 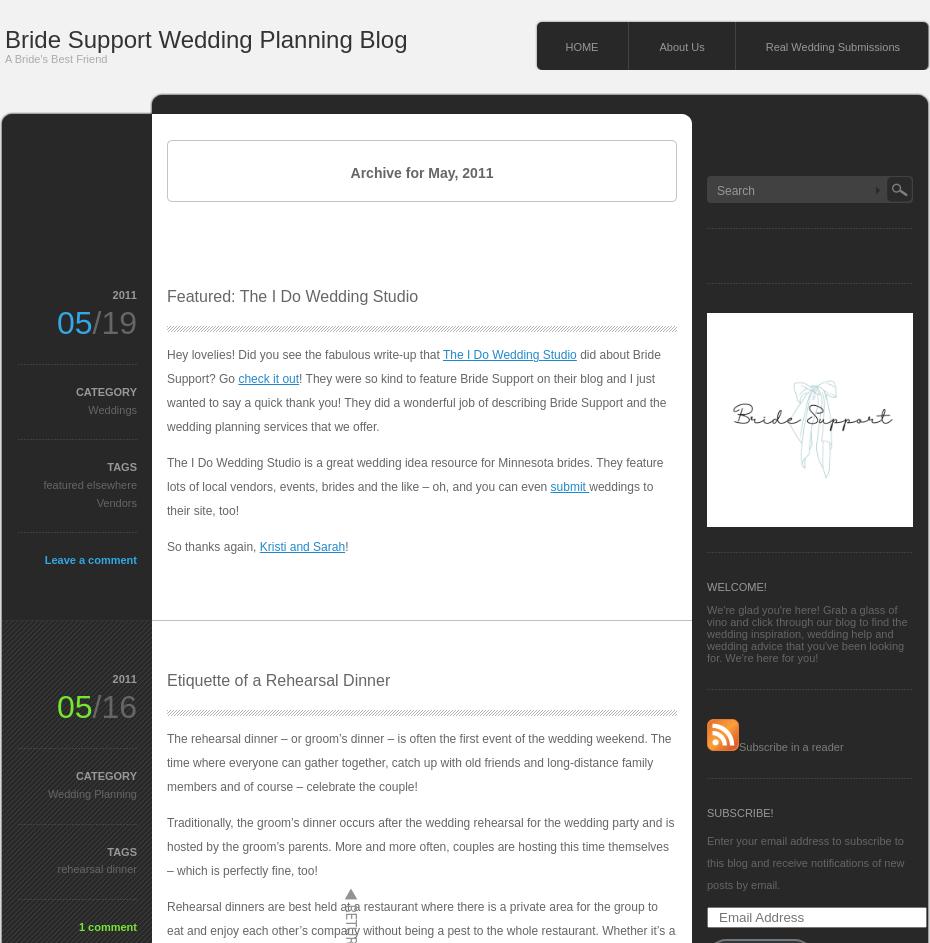 What do you see at coordinates (166, 762) in the screenshot?
I see `'The rehearsal dinner – or groom’s dinner – is often the first event of the wedding weekend. The time where everyone can gather together, catch up with old friends and long-distance family members and of course – celebrate the couple!'` at bounding box center [166, 762].